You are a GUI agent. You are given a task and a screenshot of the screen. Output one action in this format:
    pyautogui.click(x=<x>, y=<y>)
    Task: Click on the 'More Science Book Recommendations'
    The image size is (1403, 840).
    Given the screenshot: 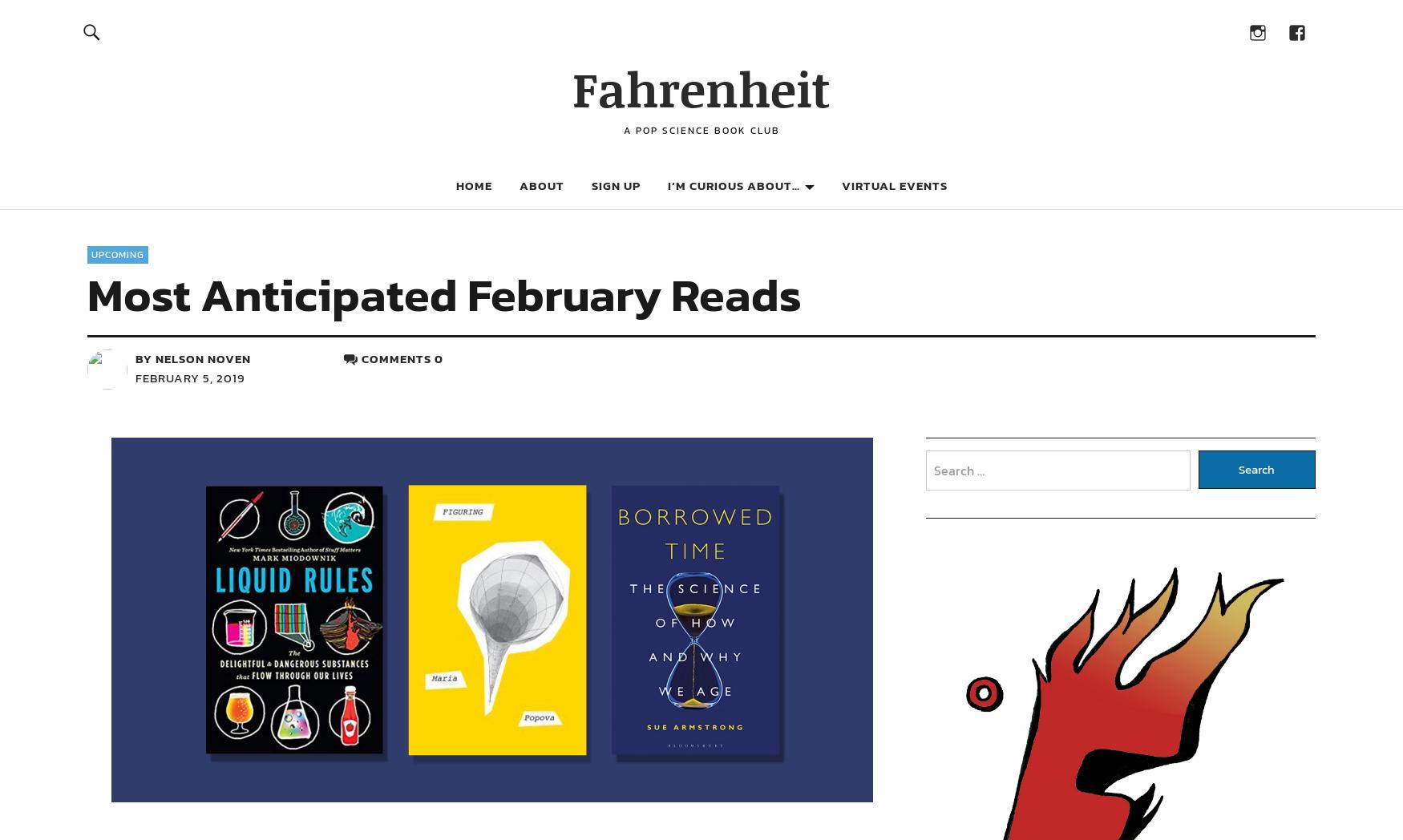 What is the action you would take?
    pyautogui.click(x=1036, y=86)
    